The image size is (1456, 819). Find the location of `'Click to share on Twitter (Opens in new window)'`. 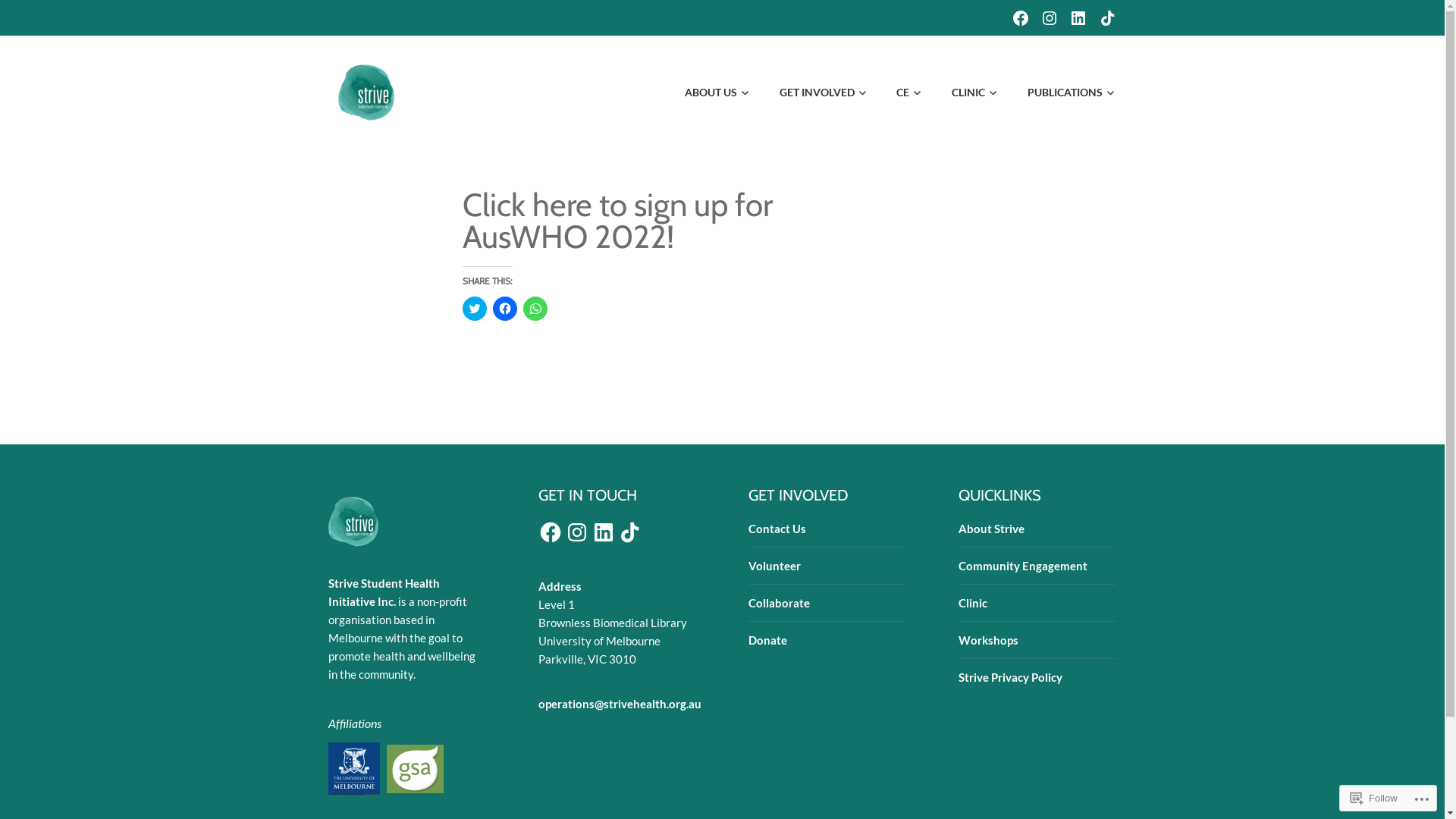

'Click to share on Twitter (Opens in new window)' is located at coordinates (473, 308).